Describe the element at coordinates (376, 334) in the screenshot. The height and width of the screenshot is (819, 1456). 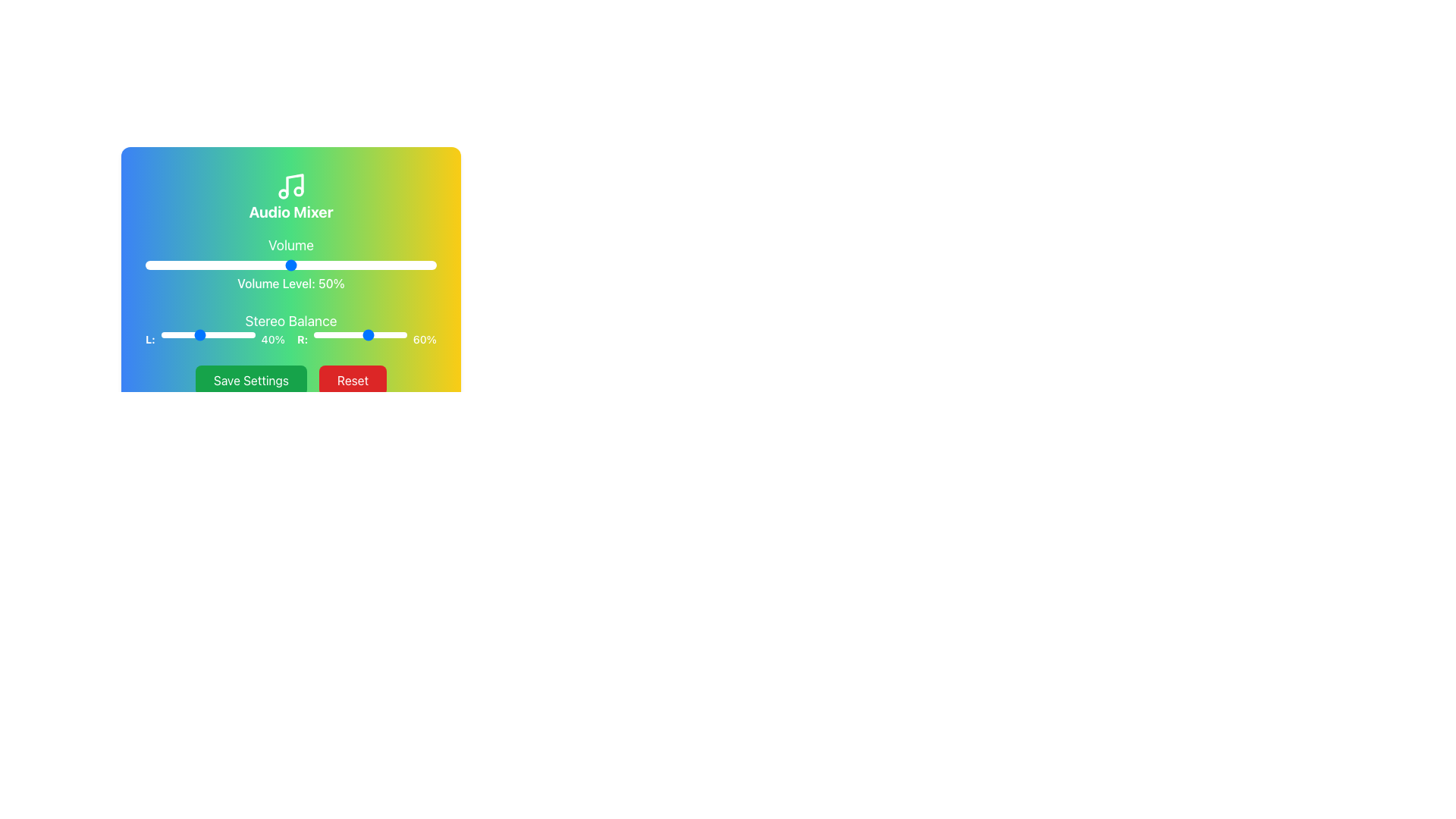
I see `the stereo balance` at that location.